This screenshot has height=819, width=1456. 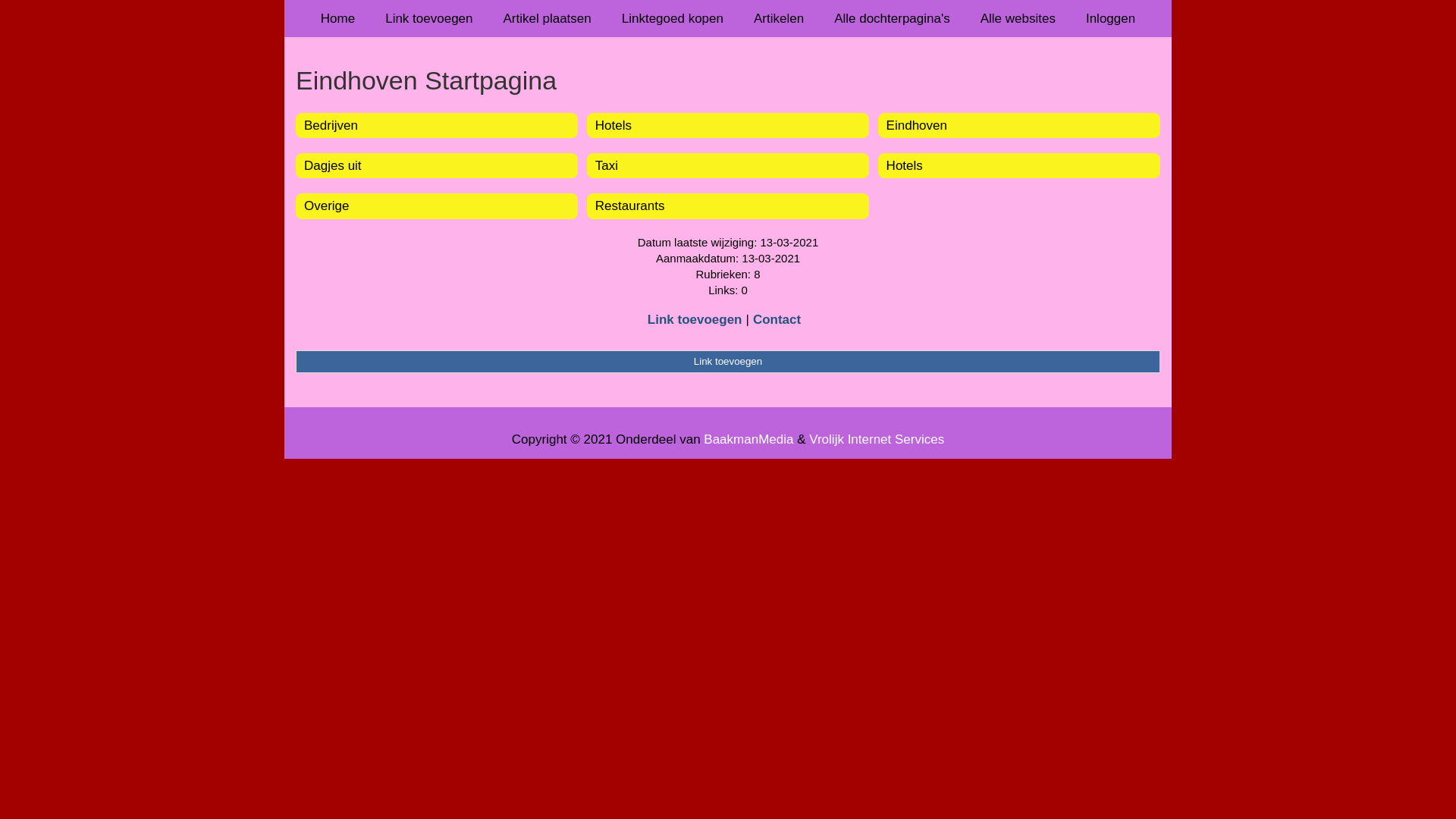 I want to click on 'Overige', so click(x=326, y=206).